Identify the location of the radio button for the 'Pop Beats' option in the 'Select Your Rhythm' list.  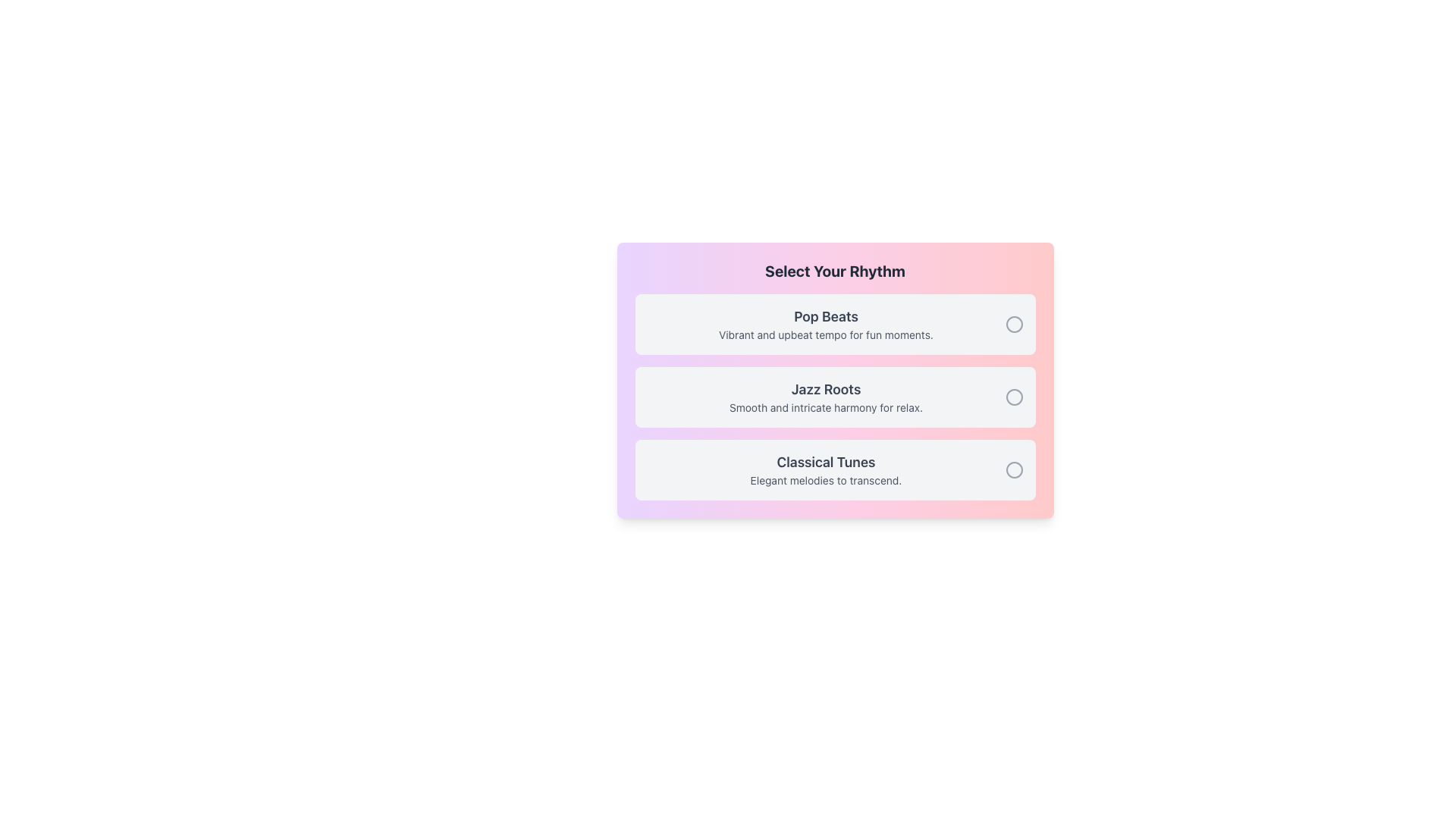
(1014, 324).